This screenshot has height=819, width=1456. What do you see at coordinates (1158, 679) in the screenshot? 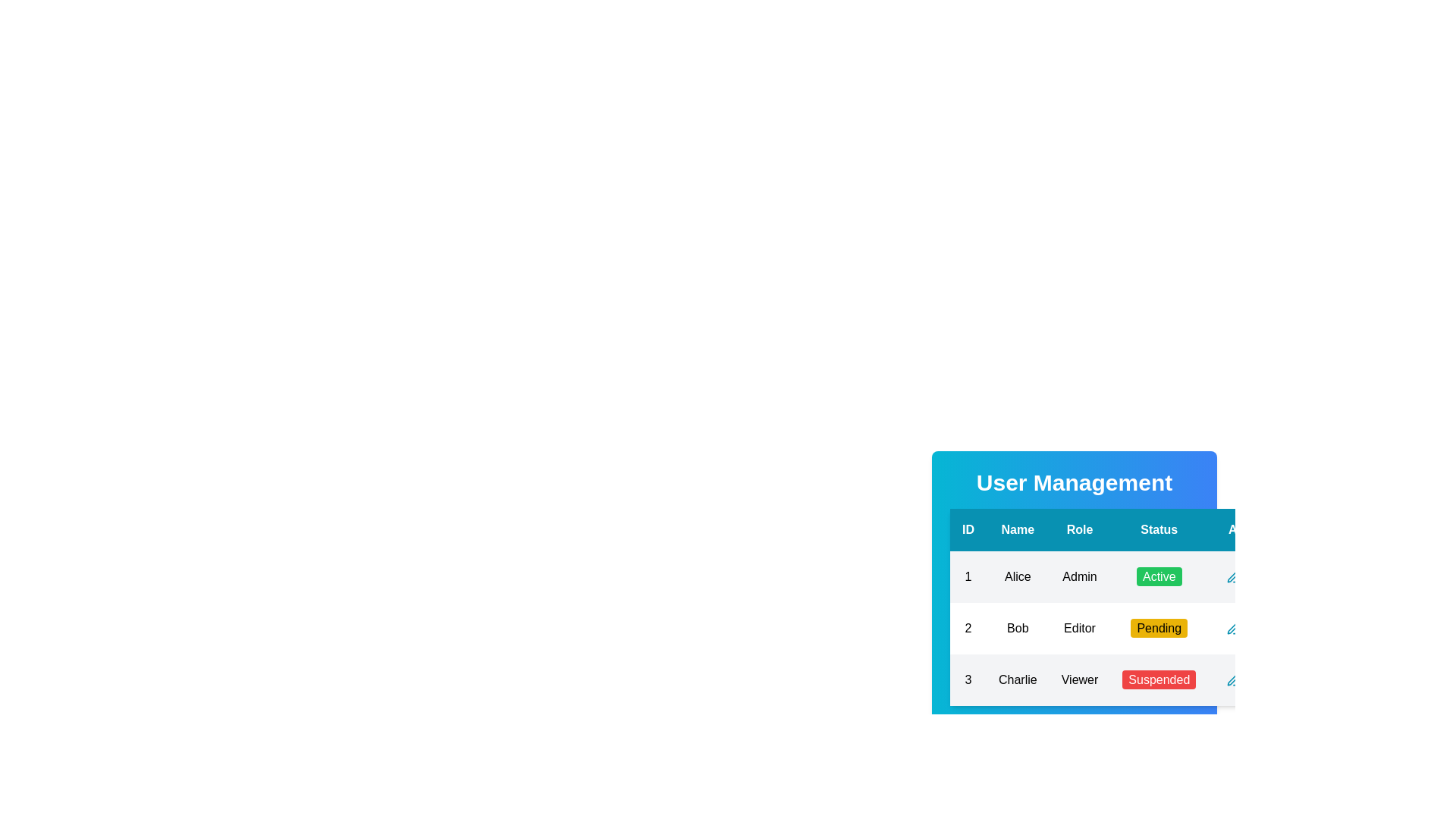
I see `status label of the button-like status indicator for the user 'Charlie', which indicates that the account is 'Suspended'` at bounding box center [1158, 679].